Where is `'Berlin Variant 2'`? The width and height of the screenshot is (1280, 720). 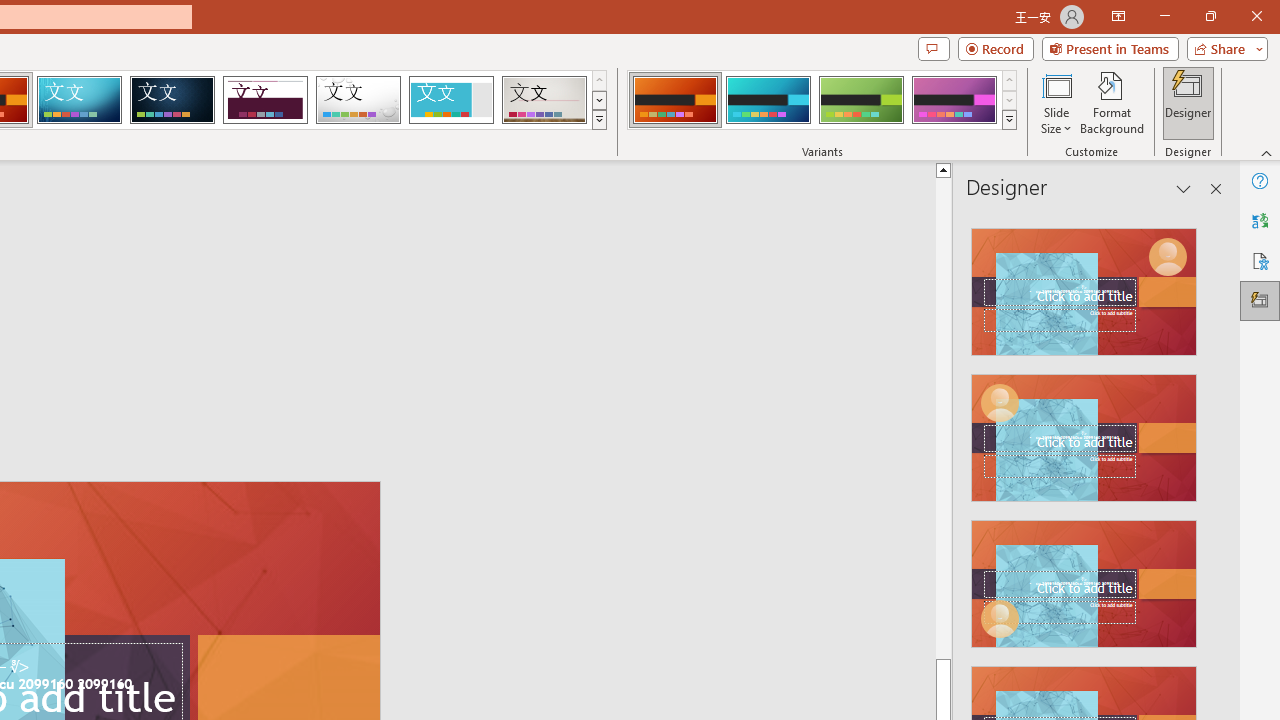
'Berlin Variant 2' is located at coordinates (767, 100).